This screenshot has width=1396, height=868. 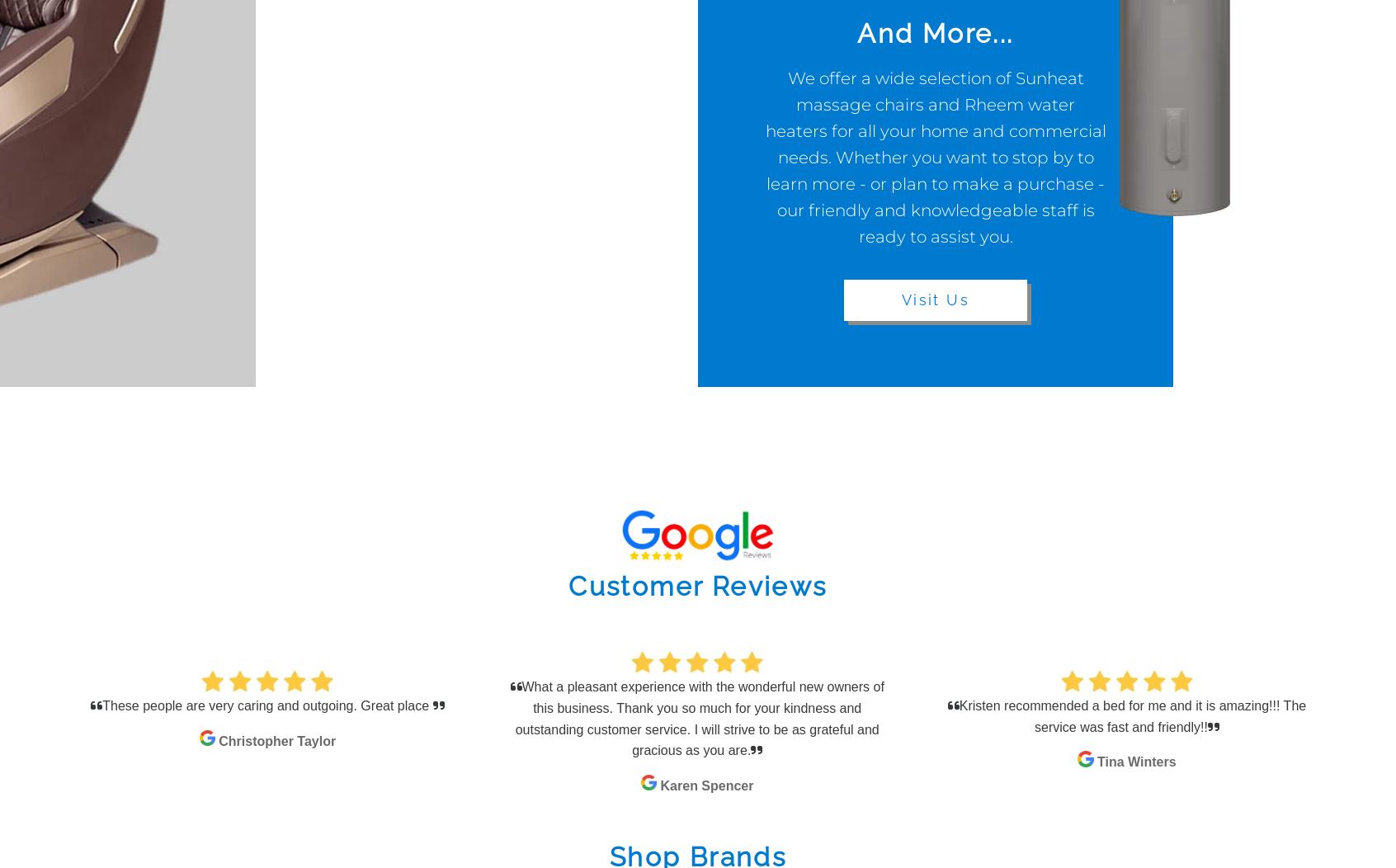 I want to click on 'These people are very caring and outgoing. Great place', so click(x=266, y=705).